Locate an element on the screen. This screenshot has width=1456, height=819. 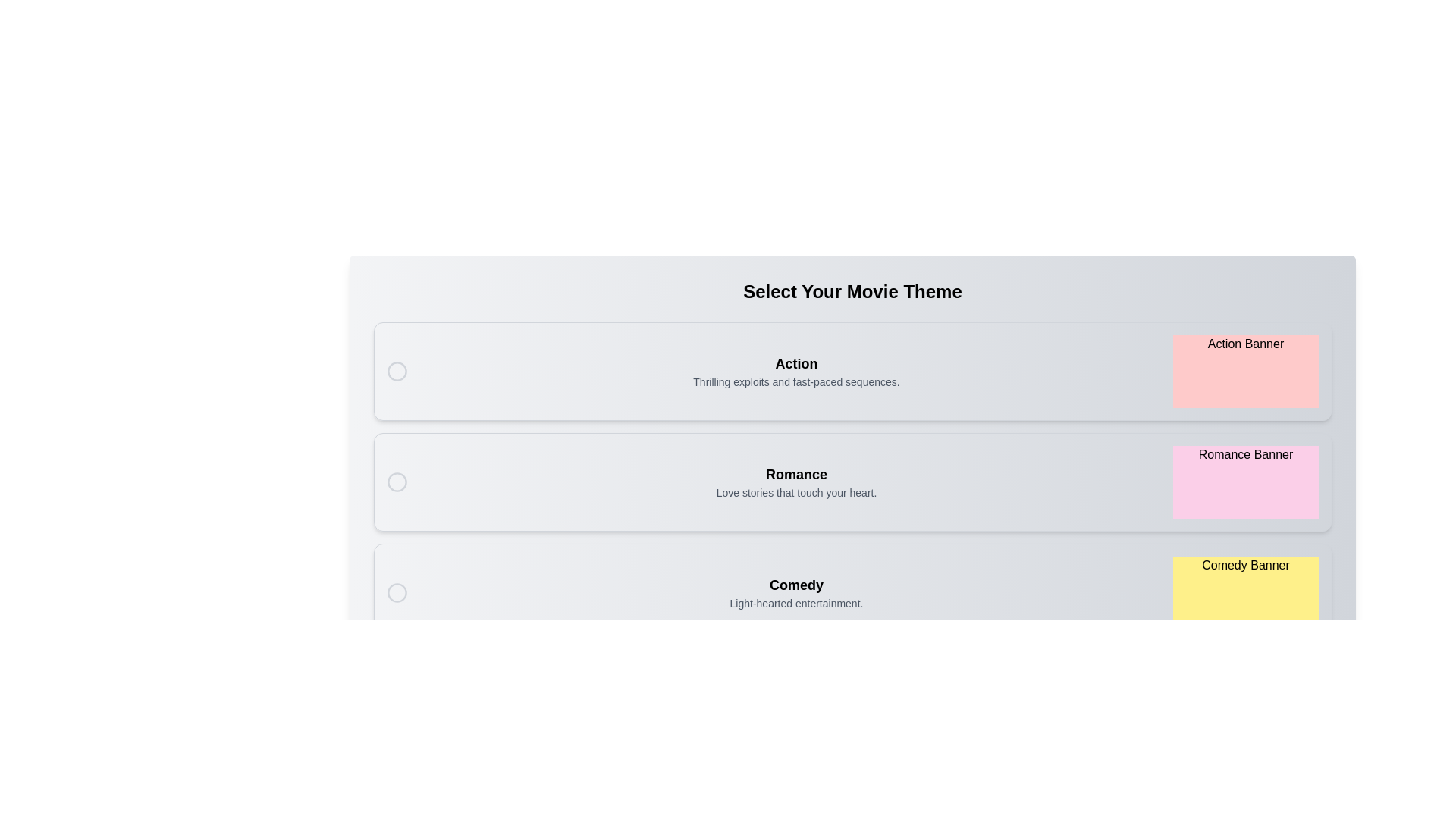
the decorative banner within the 'Romance' category card, which has a pink background and is located at the far right of the card is located at coordinates (1245, 482).